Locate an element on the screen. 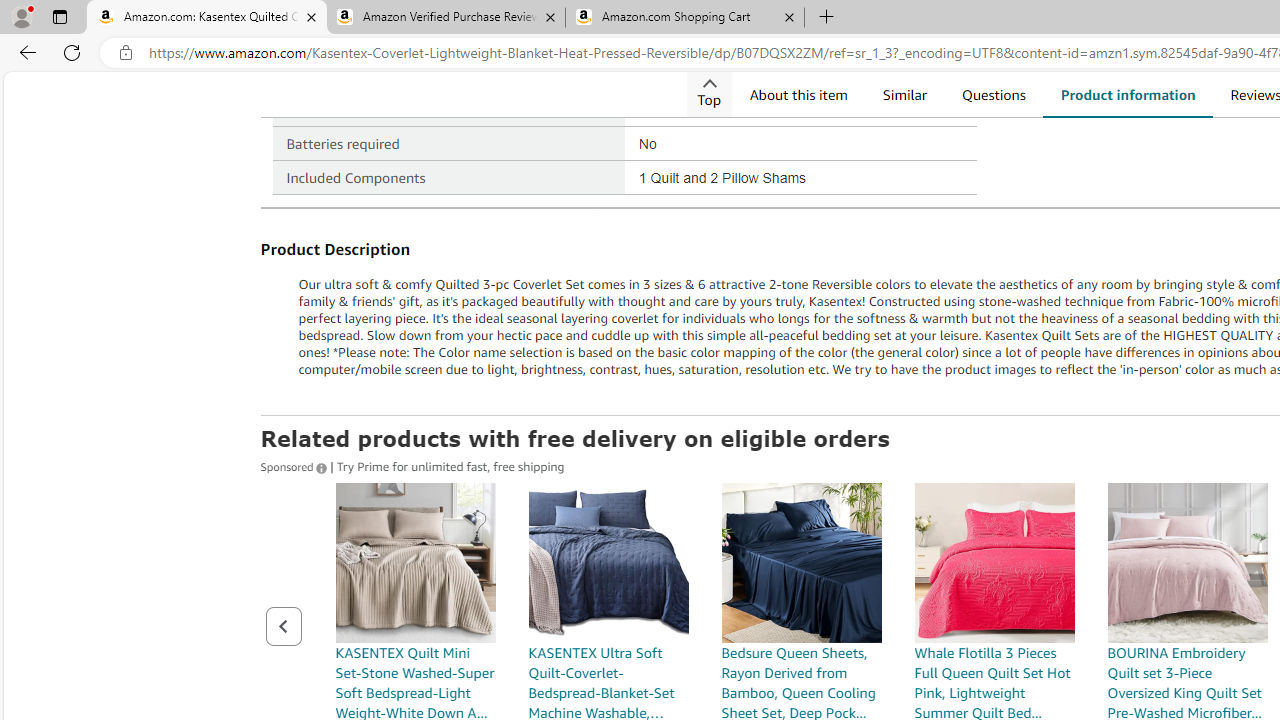 The image size is (1280, 720). 'Questions' is located at coordinates (993, 94).